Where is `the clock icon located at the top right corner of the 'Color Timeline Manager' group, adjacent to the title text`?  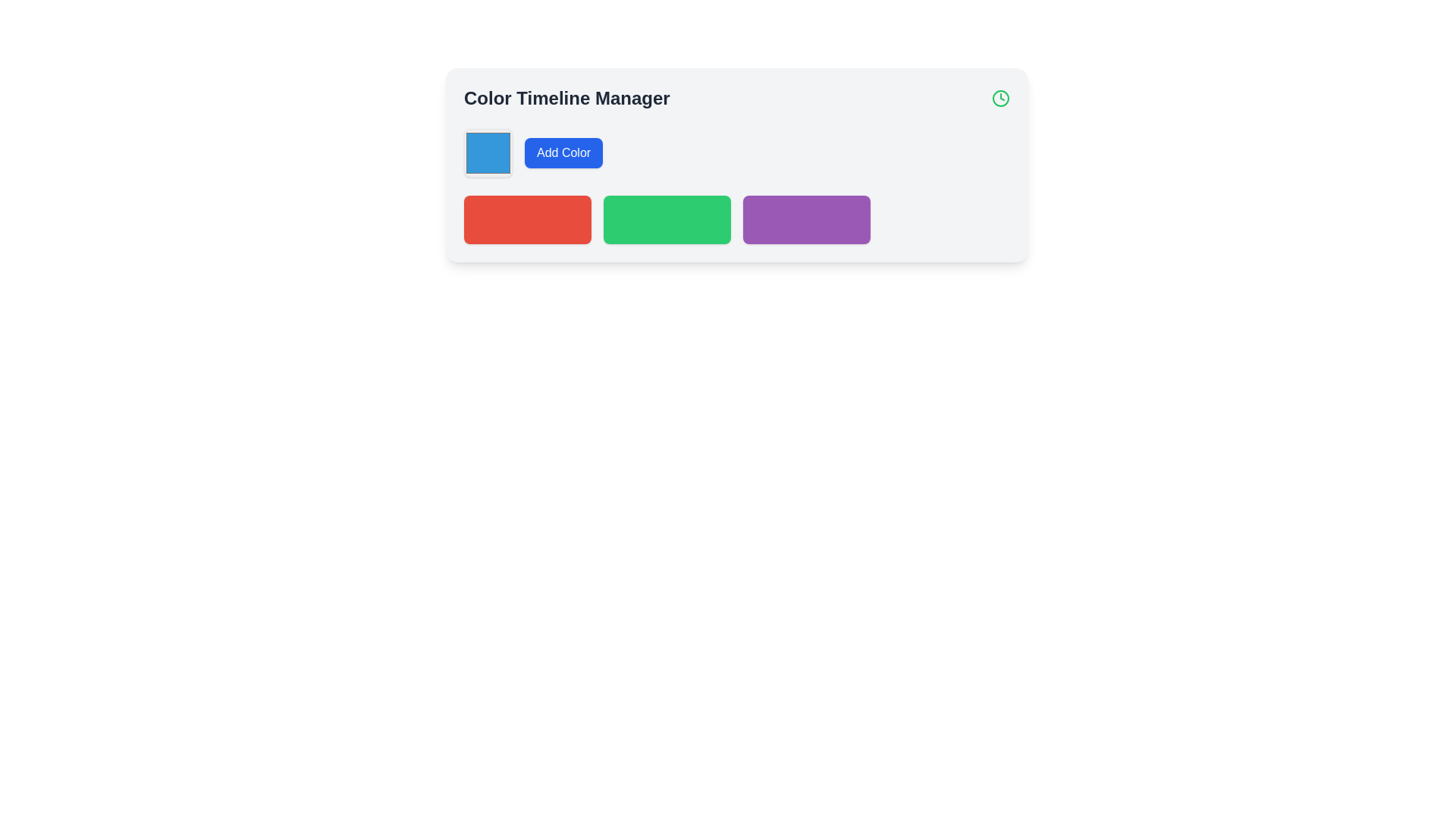 the clock icon located at the top right corner of the 'Color Timeline Manager' group, adjacent to the title text is located at coordinates (1001, 99).